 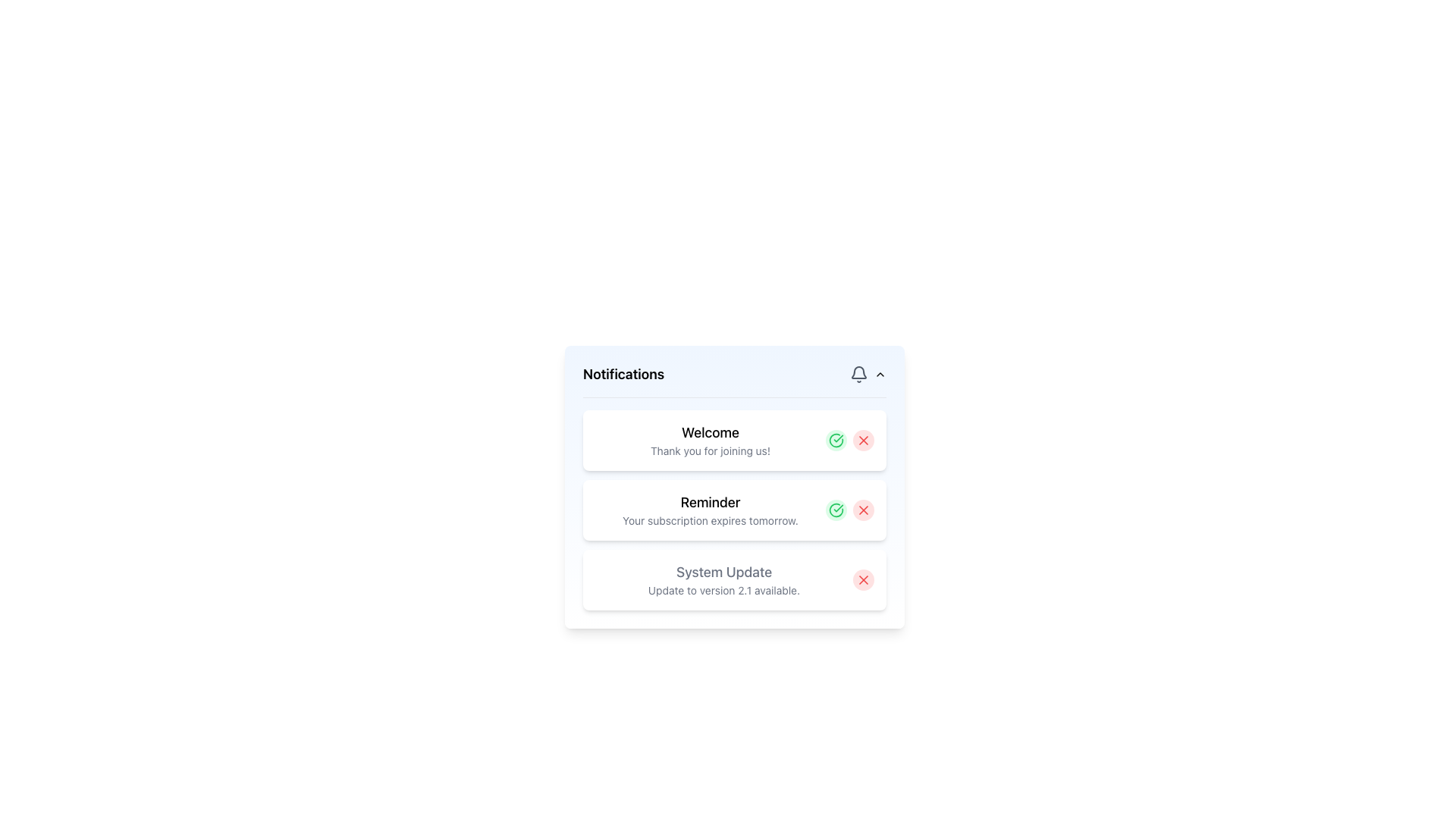 What do you see at coordinates (863, 510) in the screenshot?
I see `the second 'X' icon in the notification panel` at bounding box center [863, 510].